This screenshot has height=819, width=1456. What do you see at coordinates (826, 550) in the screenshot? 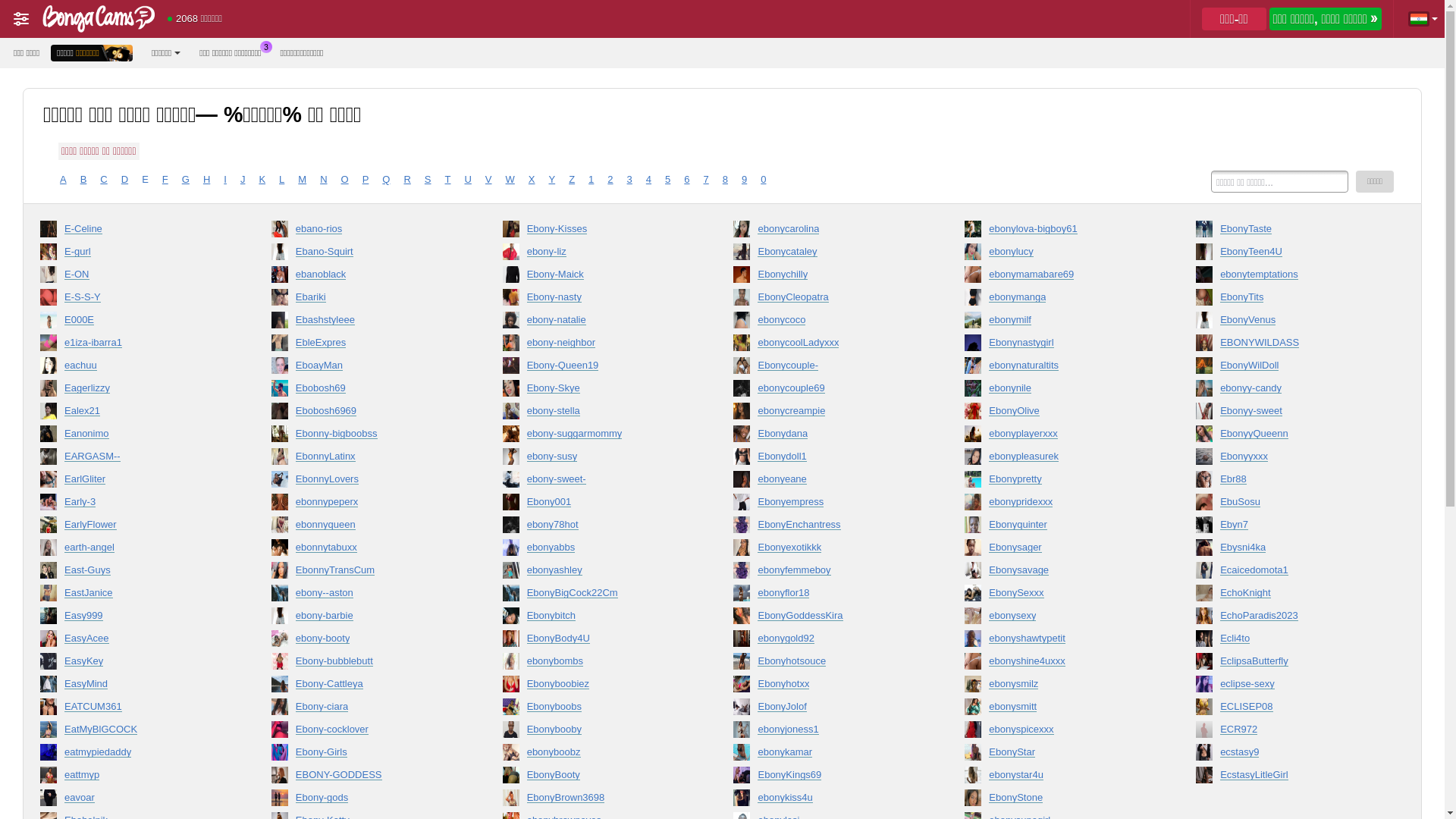
I see `'Ebonyexotikkk'` at bounding box center [826, 550].